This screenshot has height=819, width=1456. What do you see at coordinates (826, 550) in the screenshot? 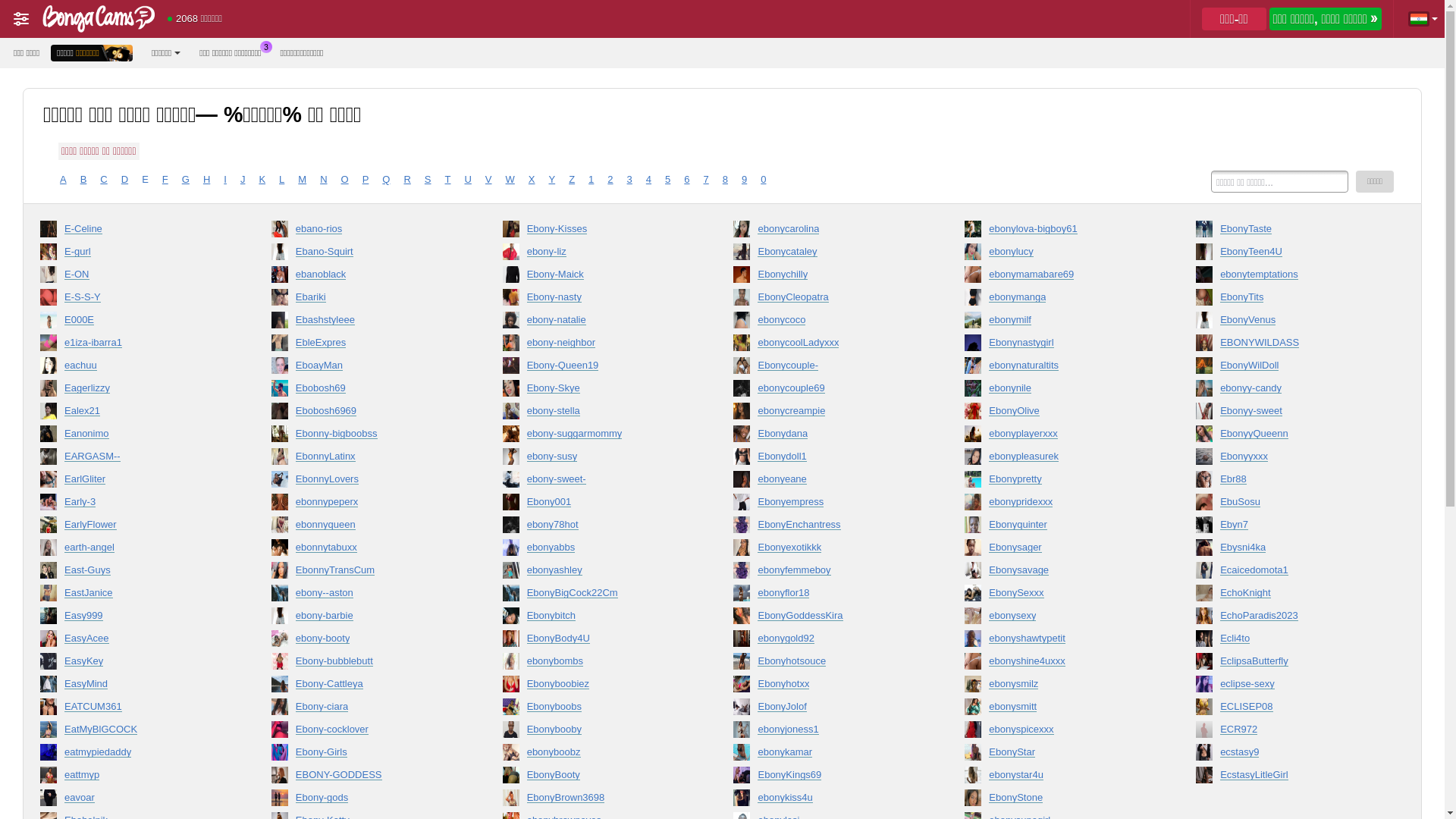
I see `'Ebonyexotikkk'` at bounding box center [826, 550].